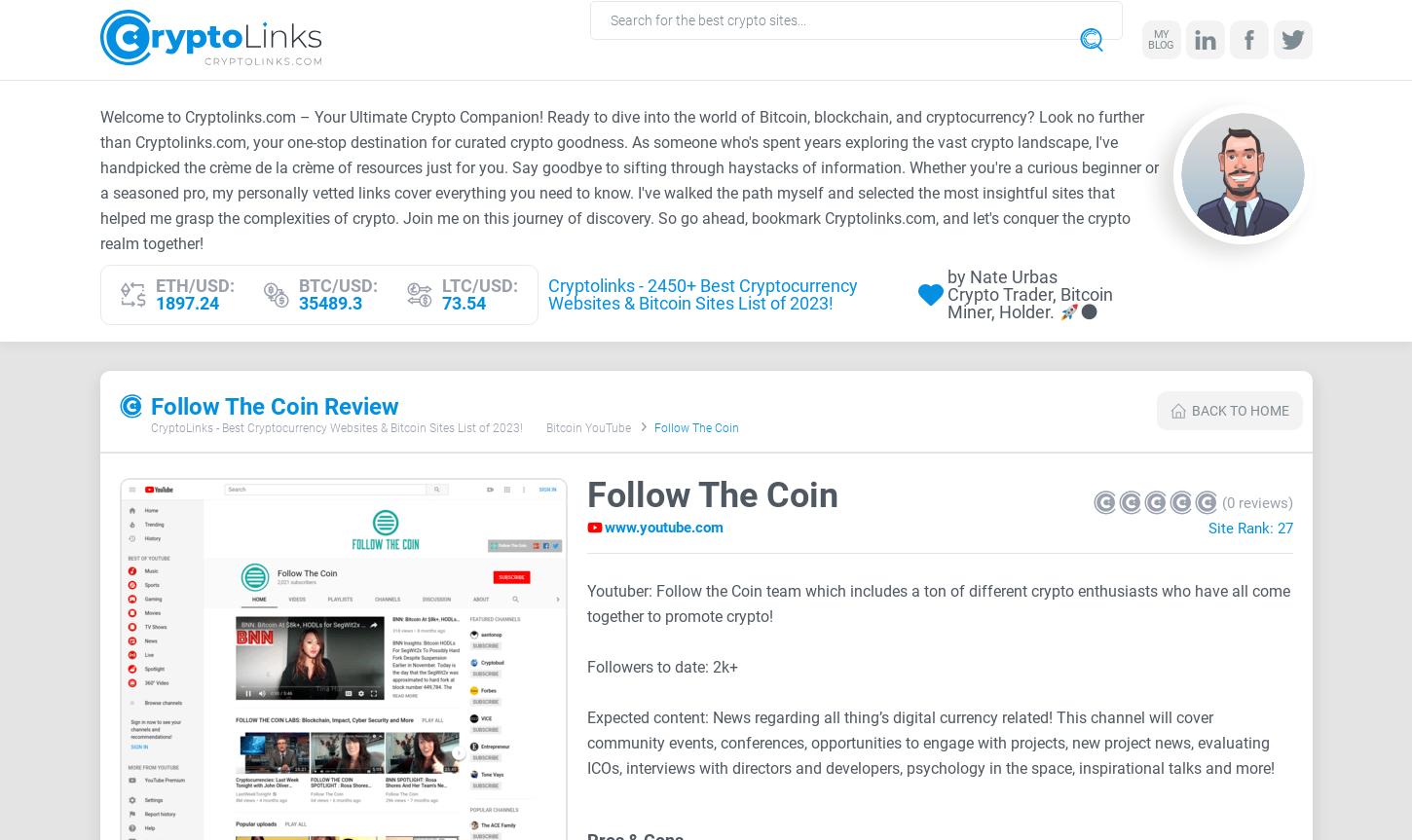 This screenshot has width=1412, height=840. Describe the element at coordinates (1160, 38) in the screenshot. I see `'My blog'` at that location.